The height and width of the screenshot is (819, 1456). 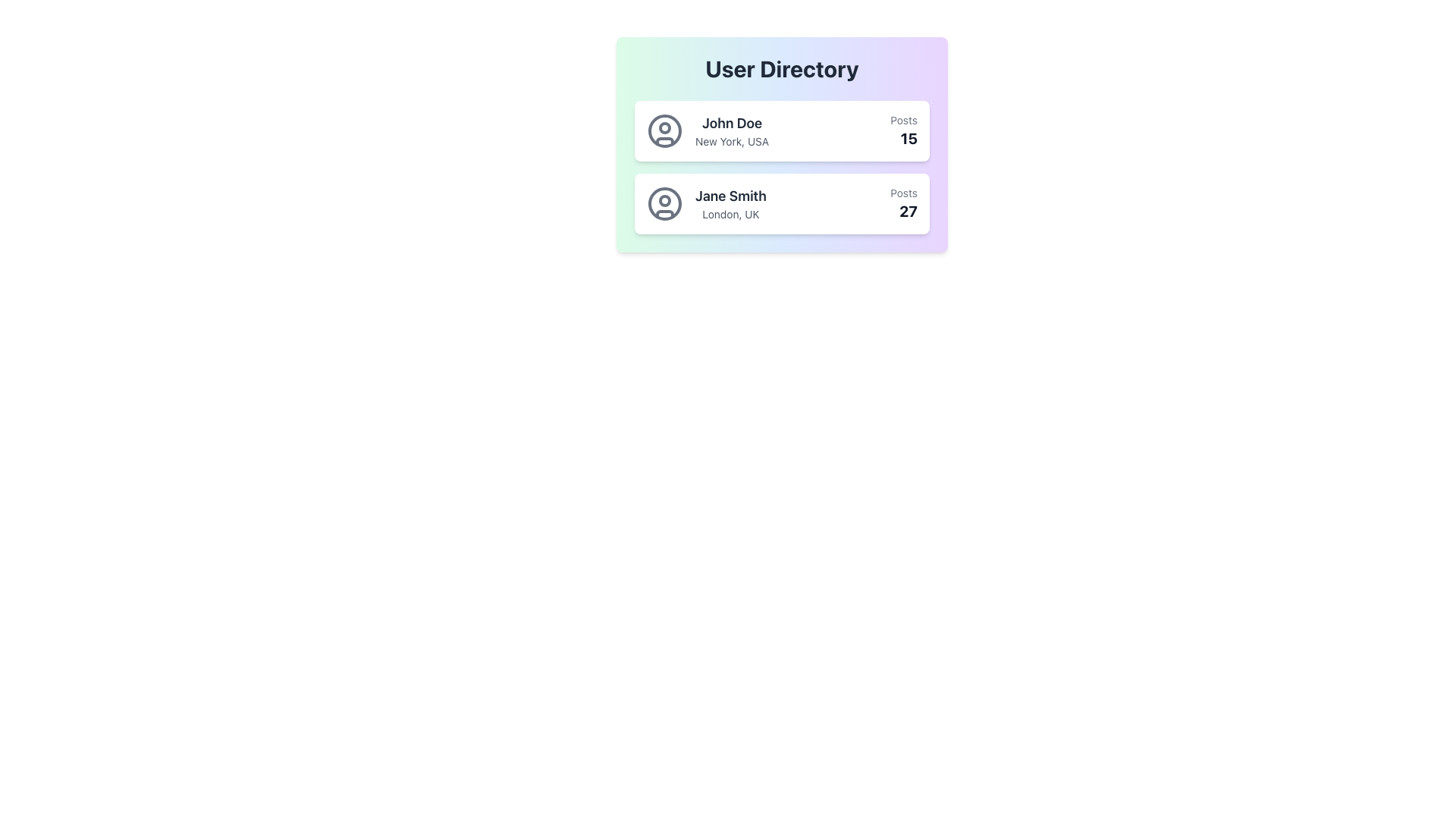 I want to click on the text label displaying 'Jane Smith', which is positioned above user location details and to the left of post count in the user information card layout, so click(x=731, y=195).